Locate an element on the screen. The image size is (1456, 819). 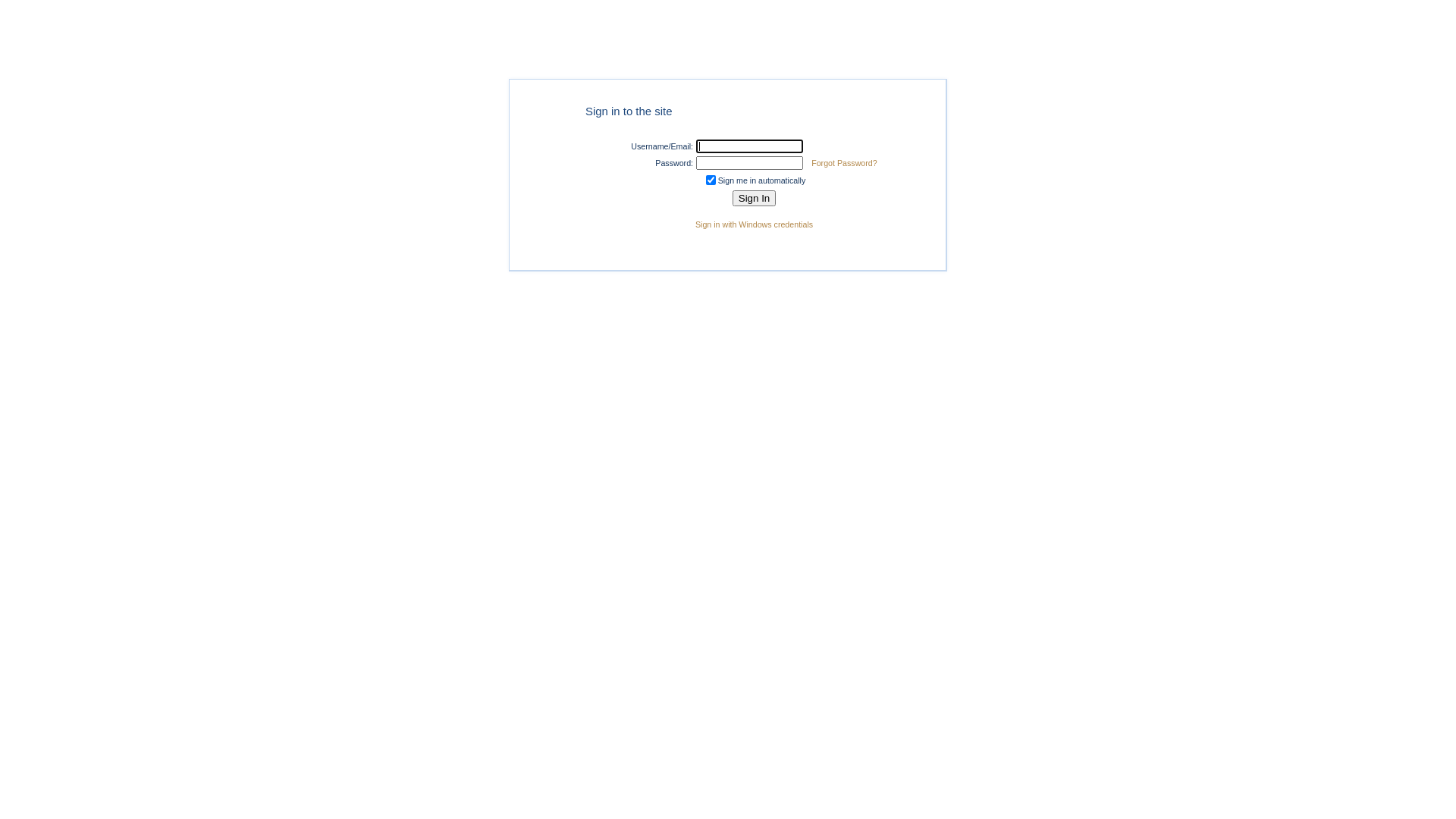
'Sign in with Windows credentials' is located at coordinates (754, 224).